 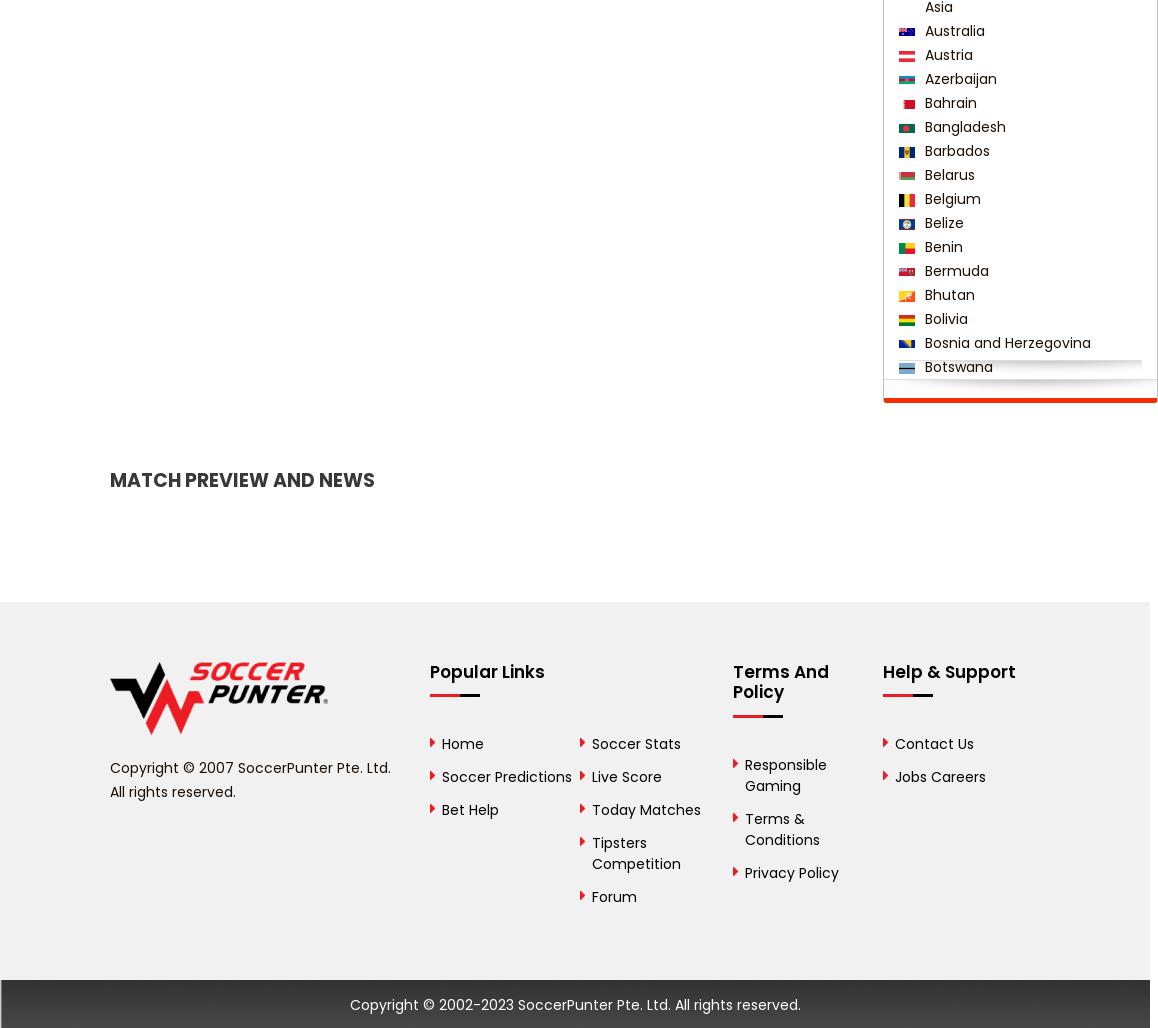 I want to click on 'Belize', so click(x=940, y=221).